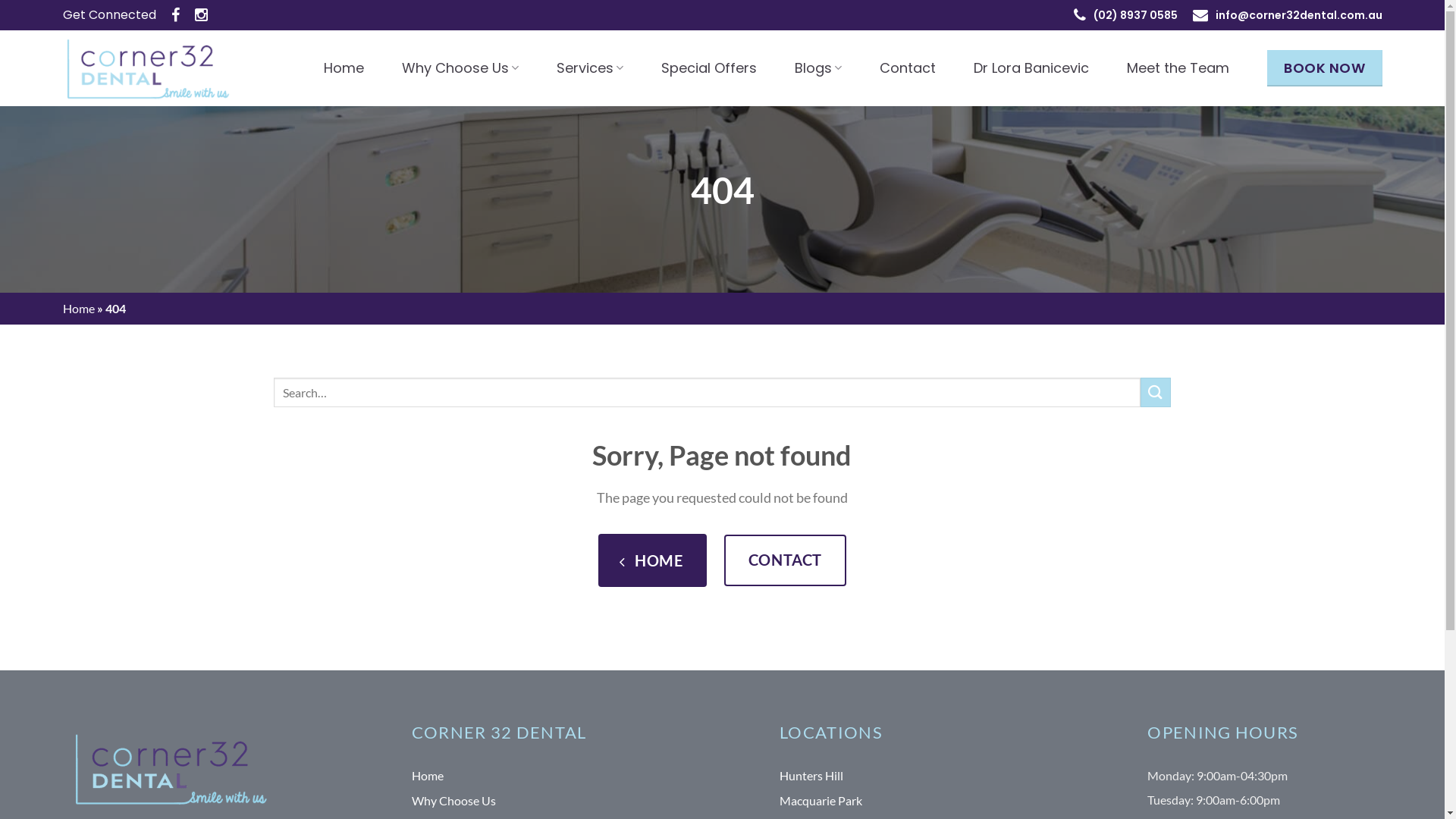  What do you see at coordinates (907, 67) in the screenshot?
I see `'Contact'` at bounding box center [907, 67].